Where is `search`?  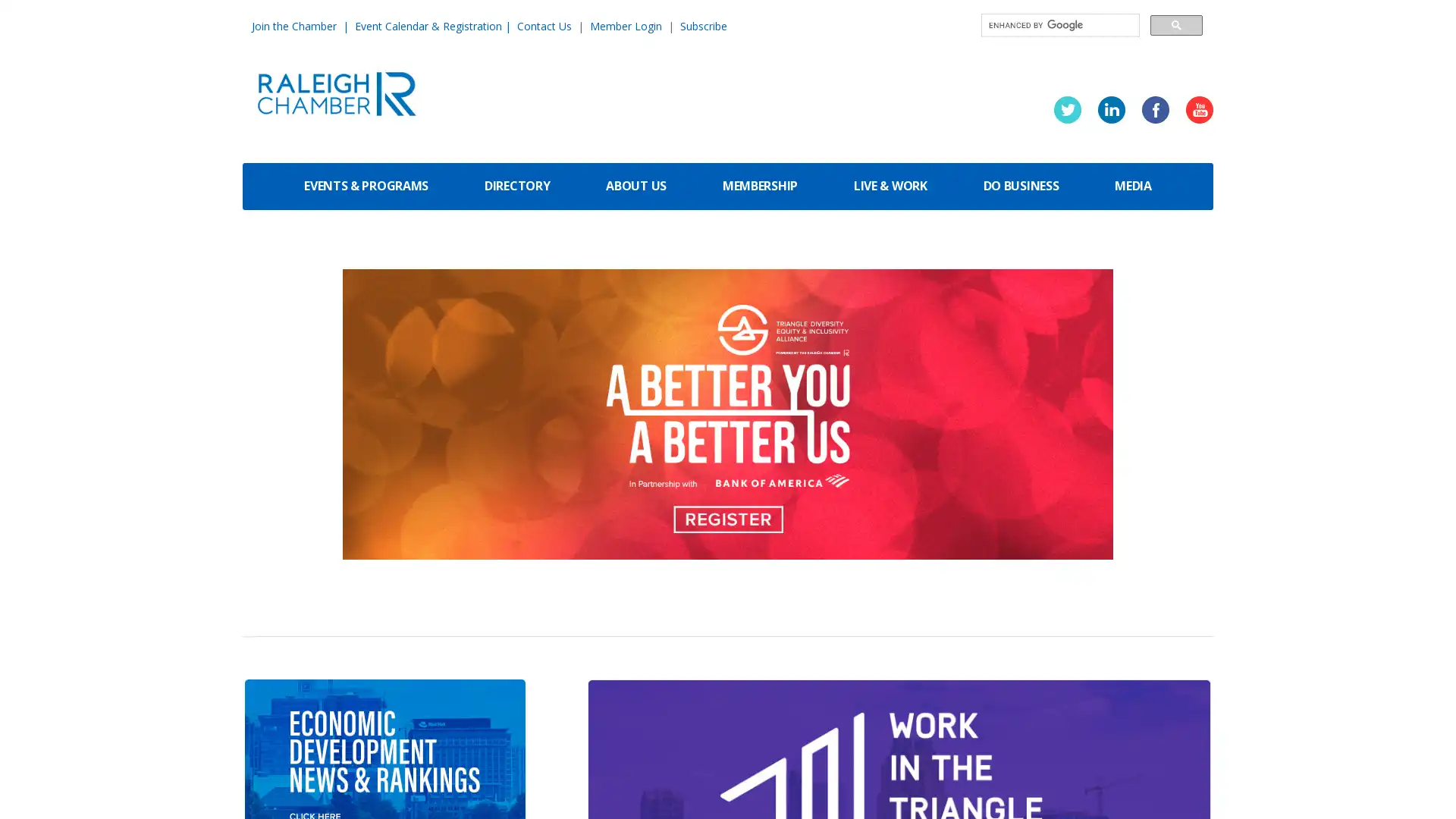
search is located at coordinates (1175, 24).